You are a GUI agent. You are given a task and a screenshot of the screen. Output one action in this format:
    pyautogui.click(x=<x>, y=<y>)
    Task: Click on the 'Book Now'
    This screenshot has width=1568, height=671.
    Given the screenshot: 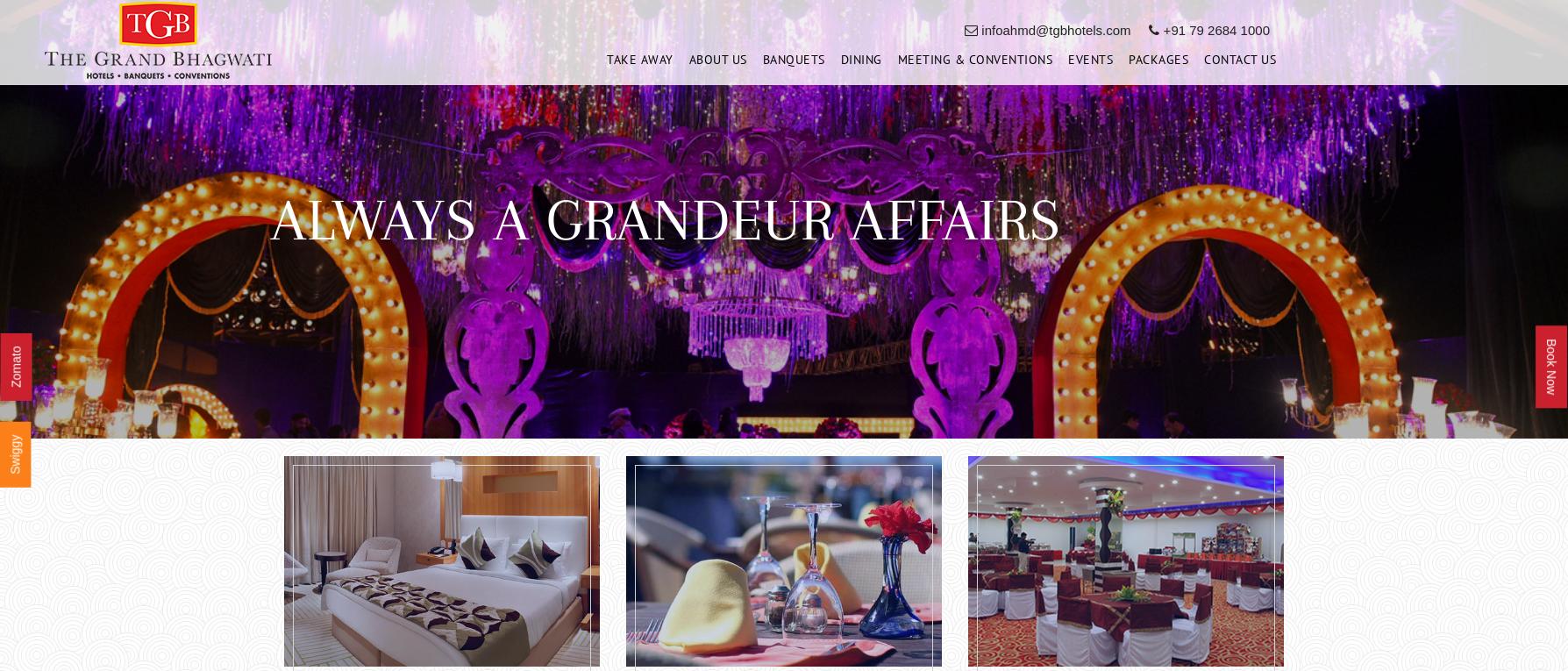 What is the action you would take?
    pyautogui.click(x=1543, y=366)
    